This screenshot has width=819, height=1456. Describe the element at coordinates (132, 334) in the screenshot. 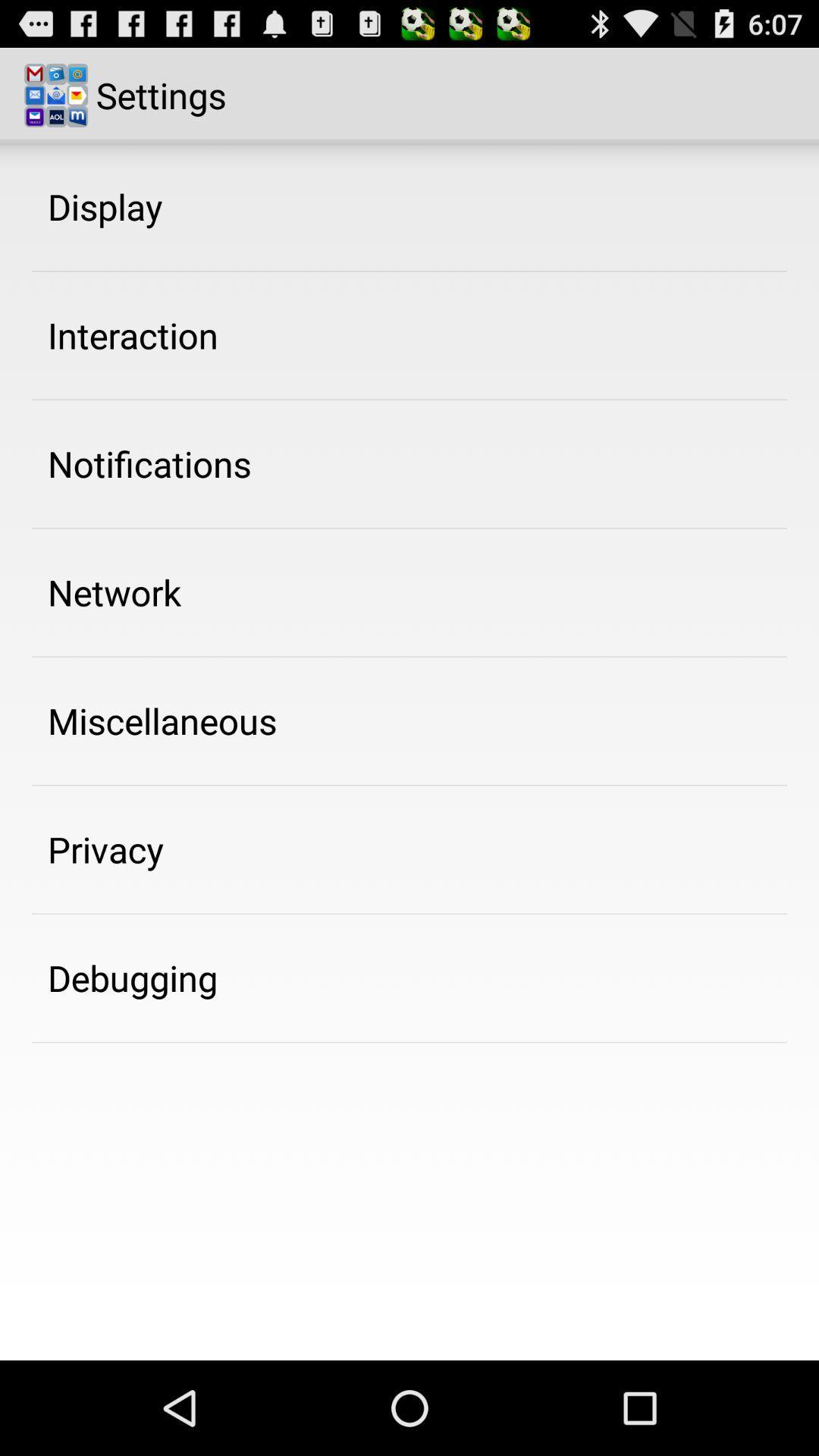

I see `item below the display app` at that location.